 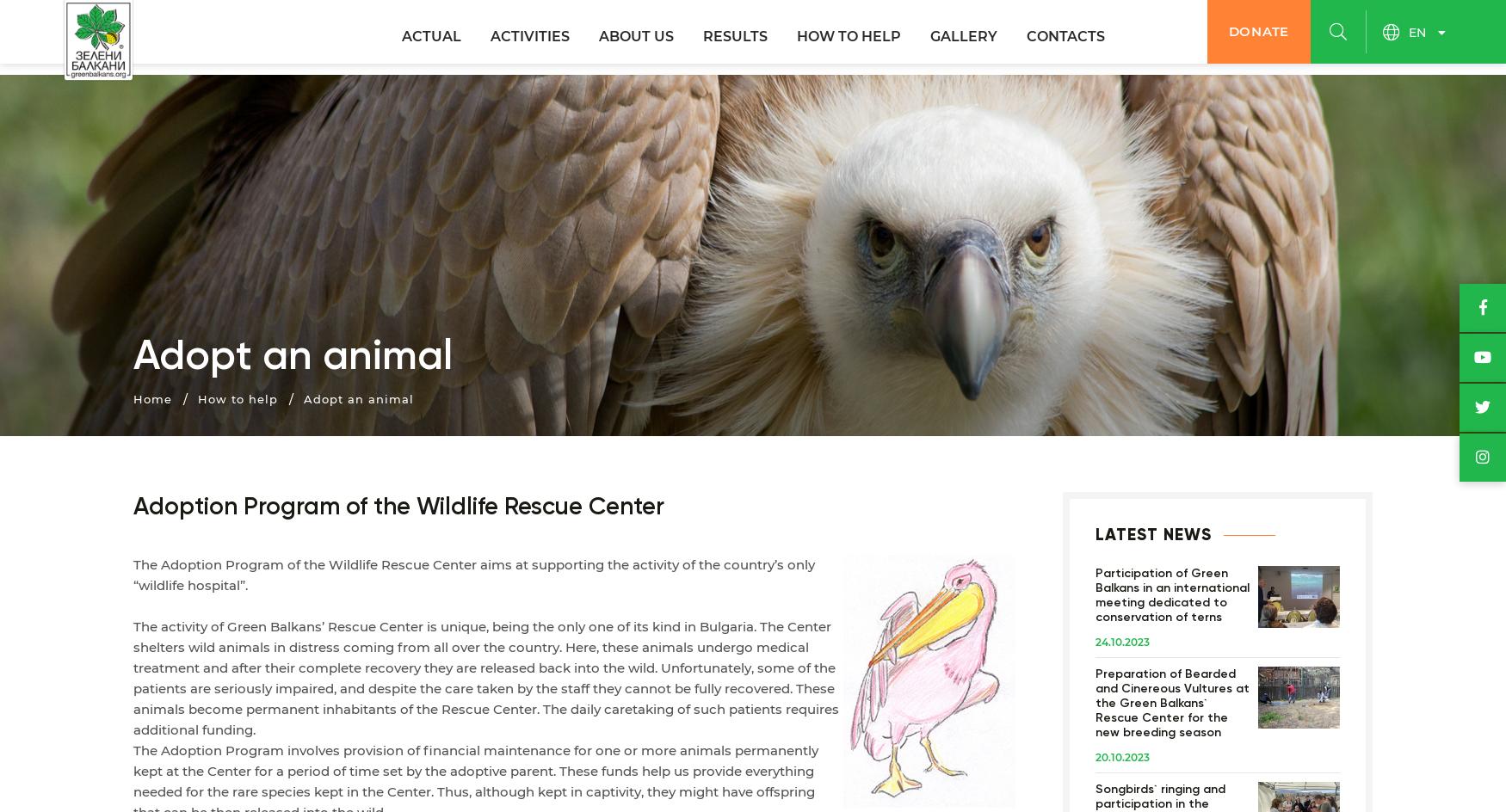 I want to click on 'Photos', so click(x=961, y=102).